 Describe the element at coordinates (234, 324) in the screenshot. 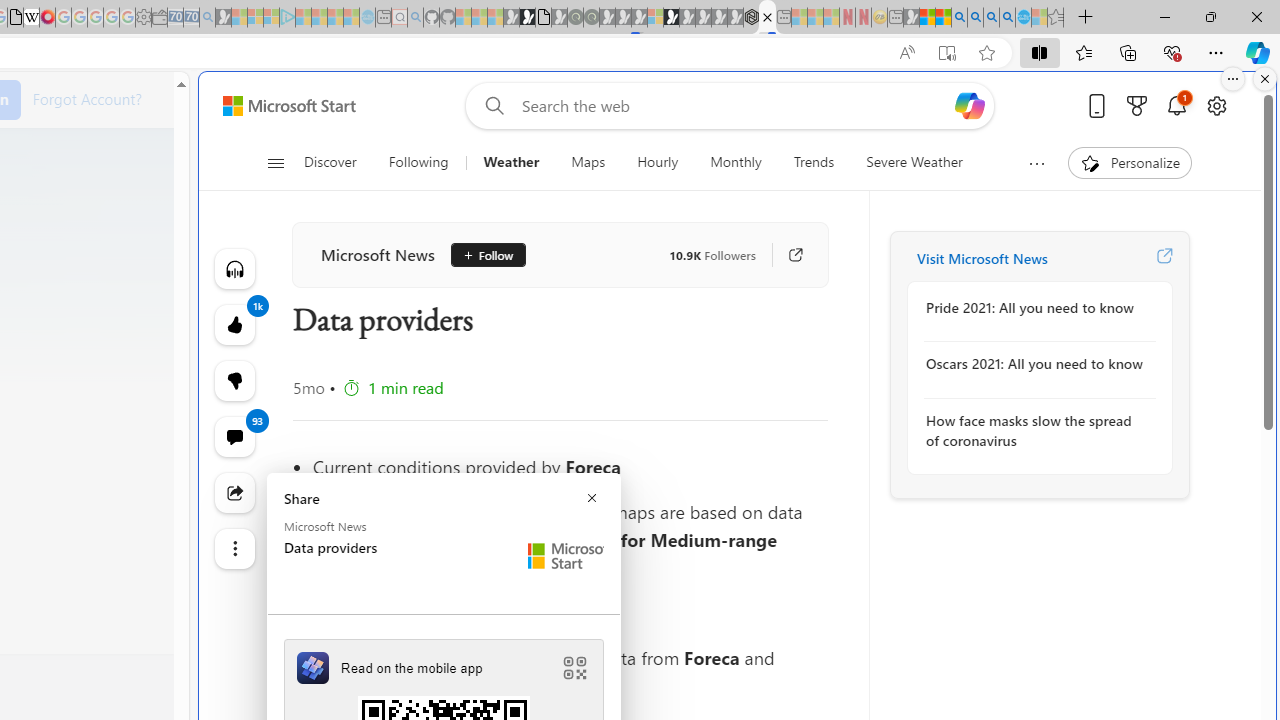

I see `'1k Like'` at that location.